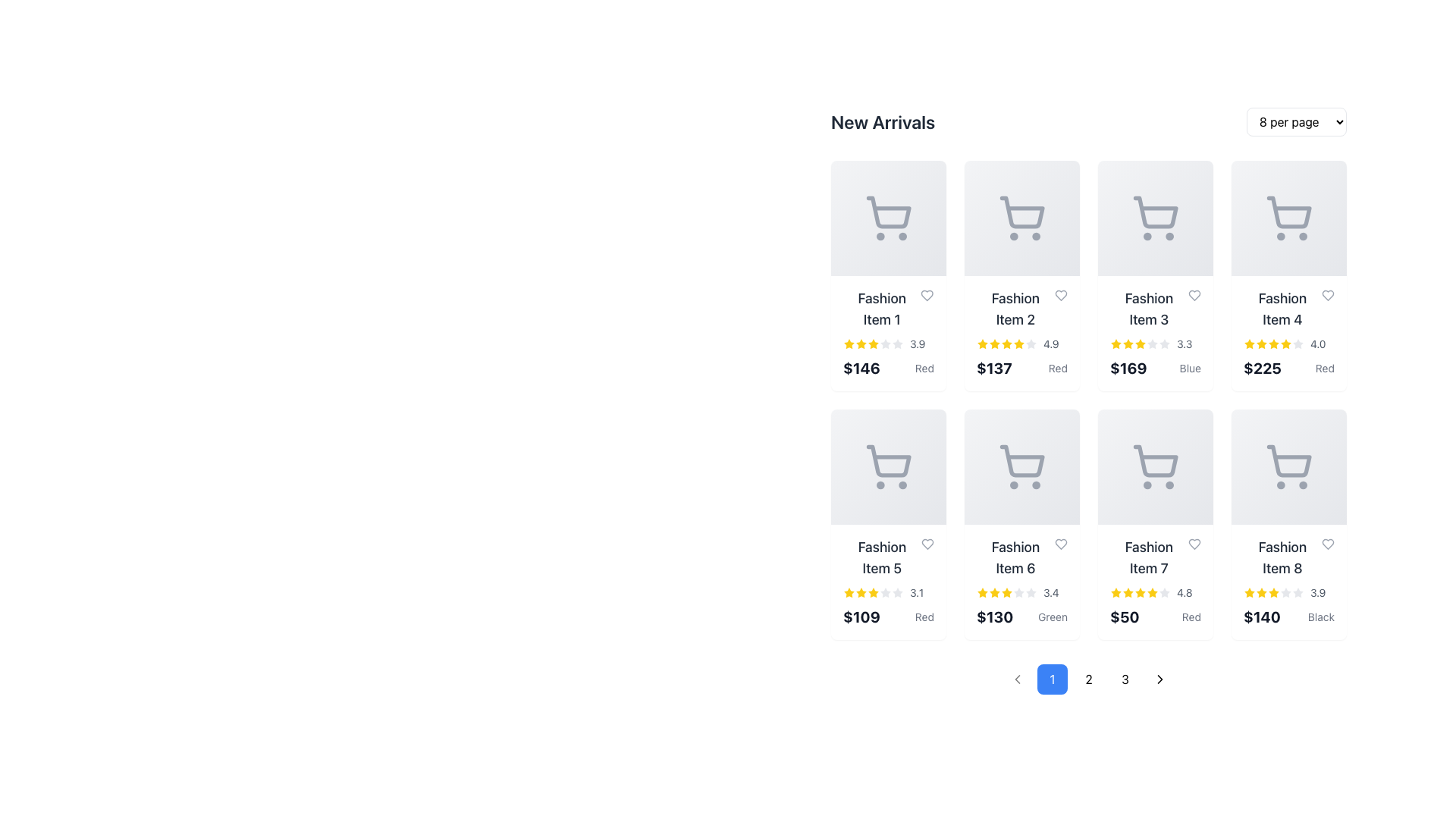 The width and height of the screenshot is (1456, 819). I want to click on the heart-shaped icon with a light gray outline located at the top-right corner of the card displaying 'Fashion Item 7' to favorite the item, so click(1194, 543).